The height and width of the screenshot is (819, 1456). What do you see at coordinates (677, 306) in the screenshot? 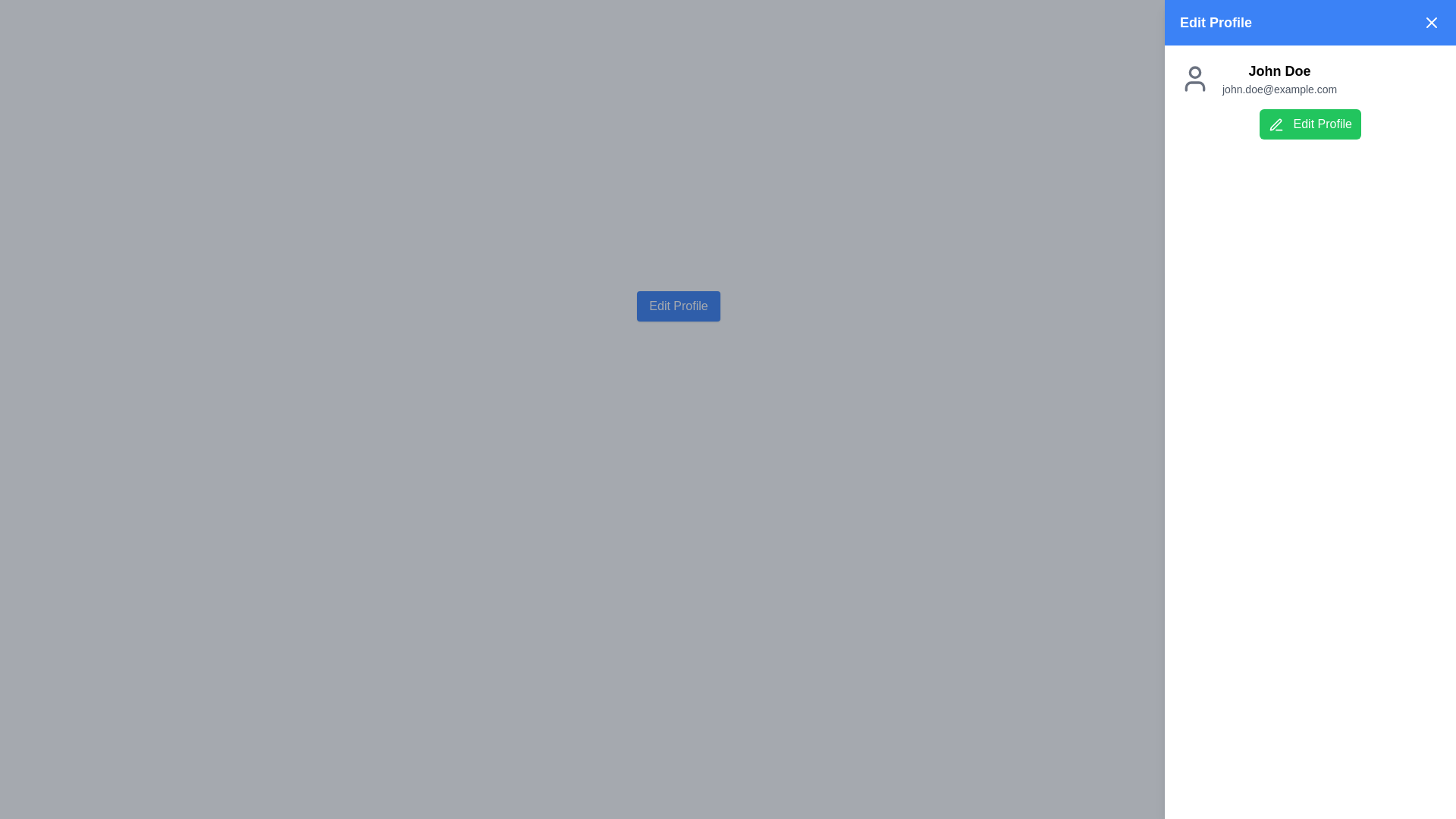
I see `the 'Edit Profile' button with a blue background and white text` at bounding box center [677, 306].